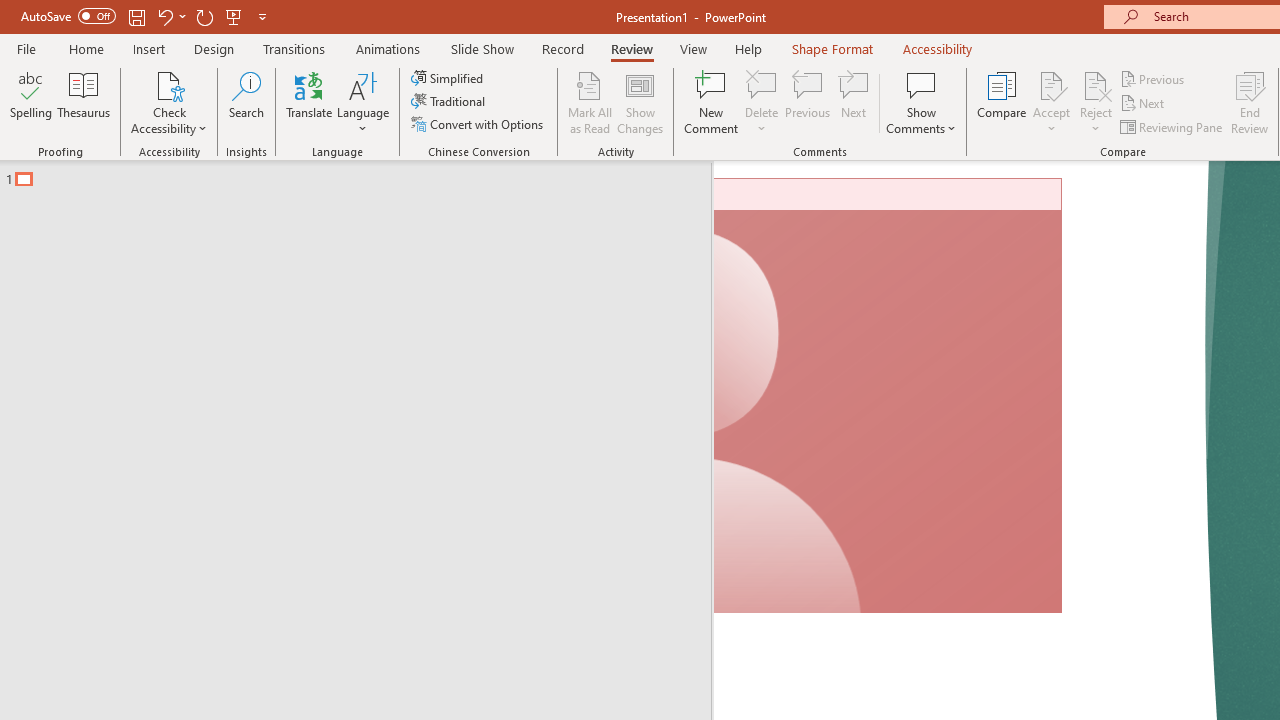  What do you see at coordinates (164, 16) in the screenshot?
I see `'Undo'` at bounding box center [164, 16].